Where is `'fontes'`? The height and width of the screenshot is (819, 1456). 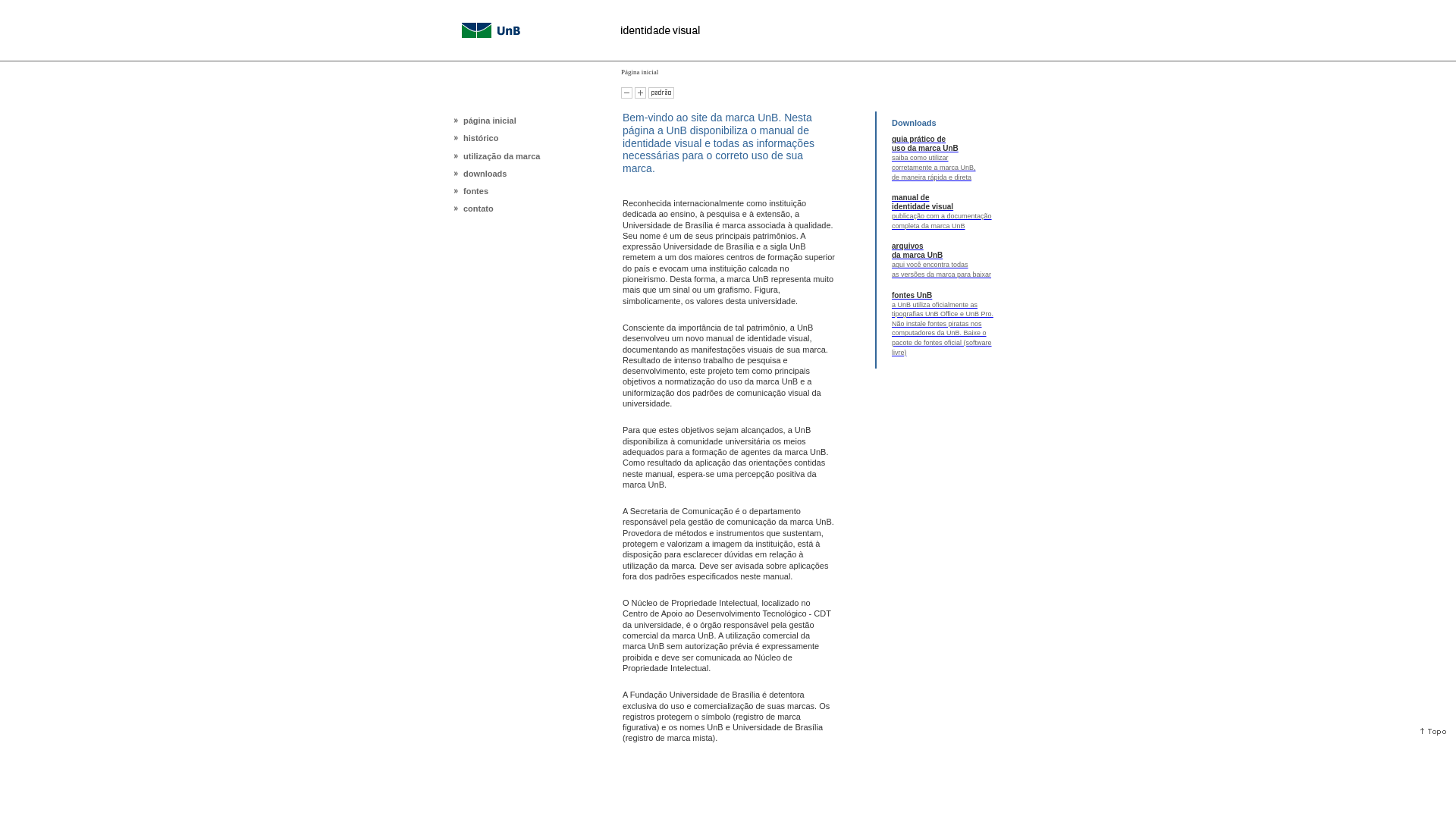
'fontes' is located at coordinates (475, 190).